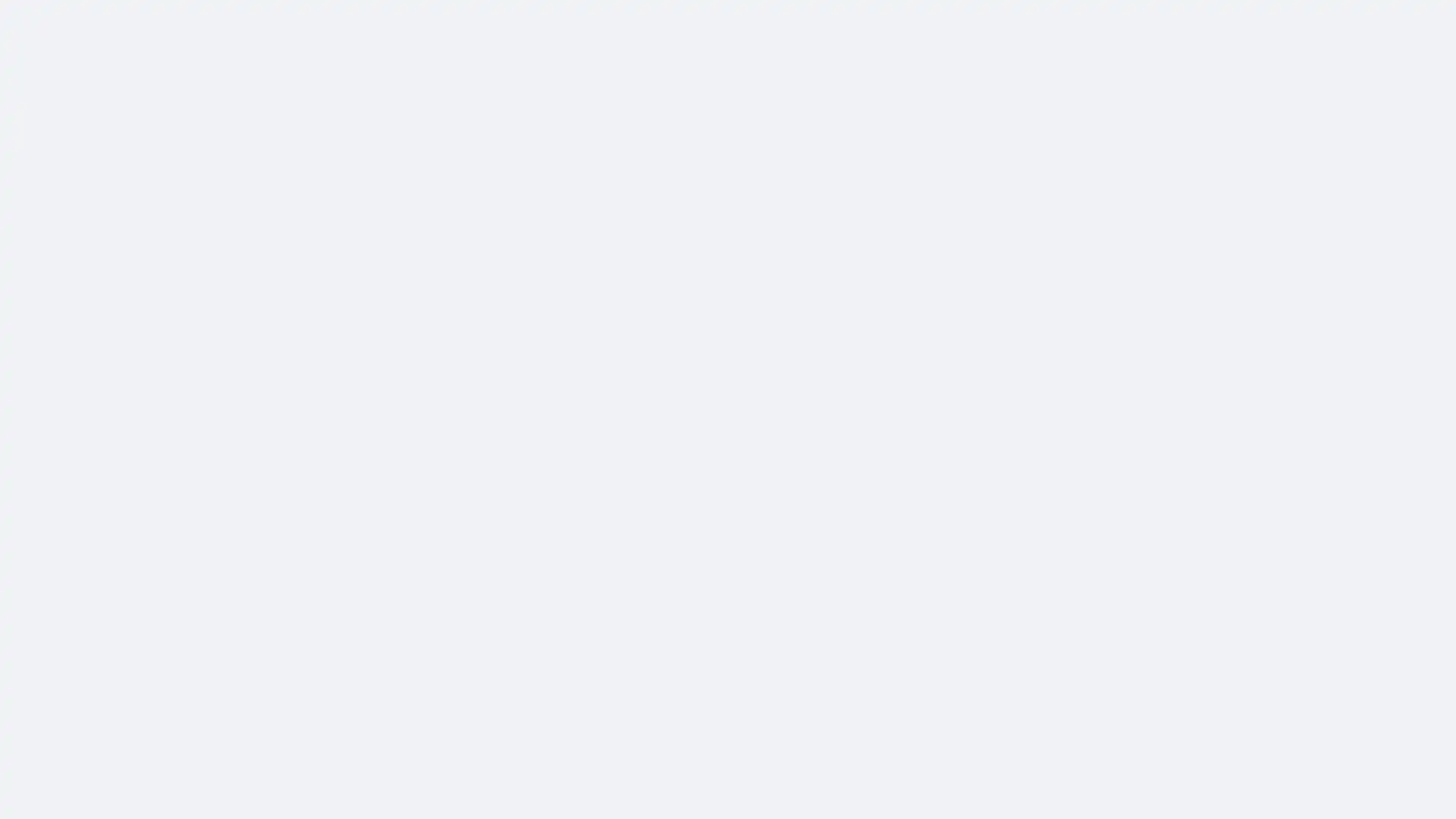 This screenshot has height=819, width=1456. What do you see at coordinates (610, 786) in the screenshot?
I see `Alles weergeven` at bounding box center [610, 786].